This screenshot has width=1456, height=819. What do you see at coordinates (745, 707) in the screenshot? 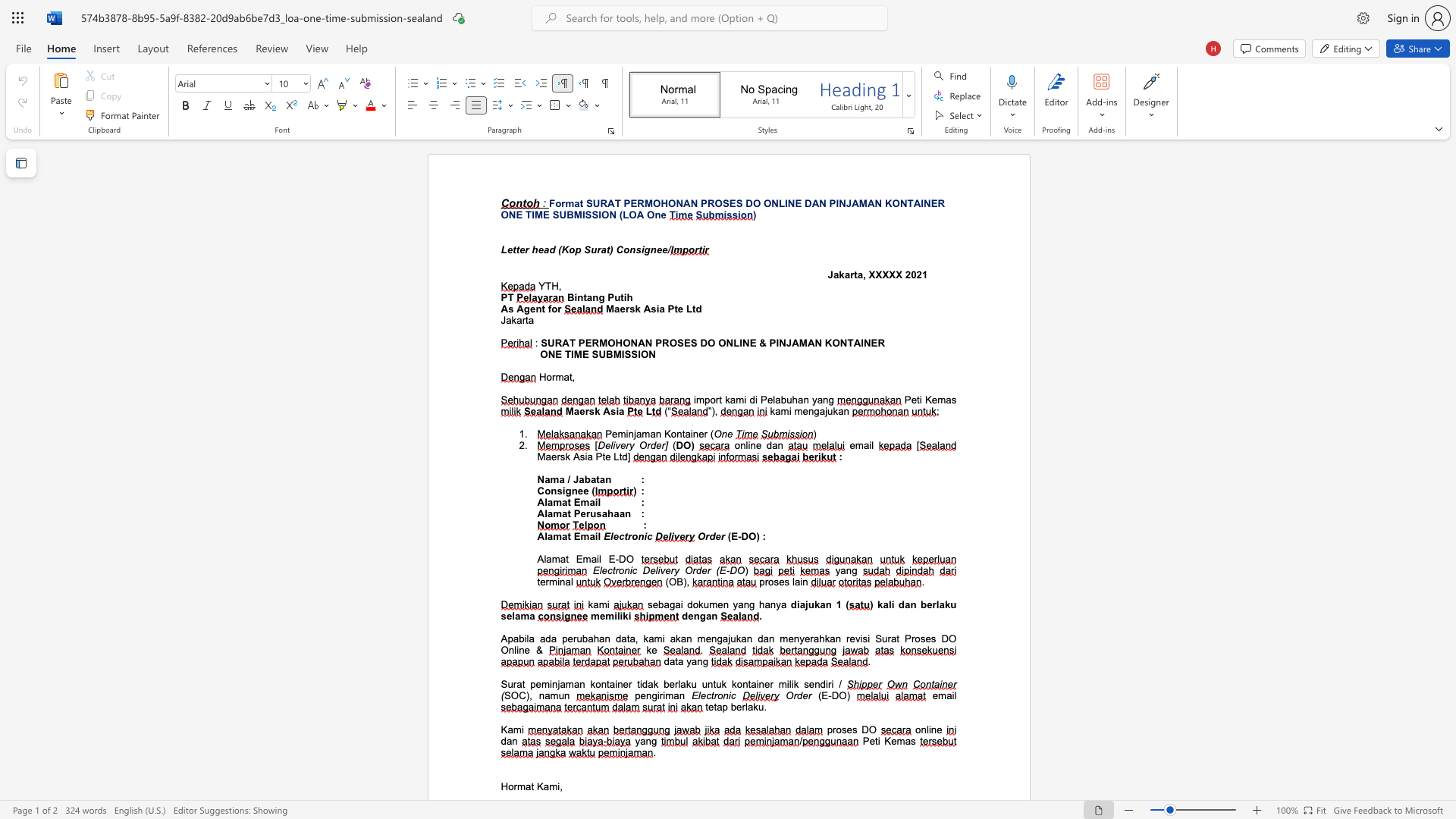
I see `the space between the continuous character "r" and "l" in the text` at bounding box center [745, 707].